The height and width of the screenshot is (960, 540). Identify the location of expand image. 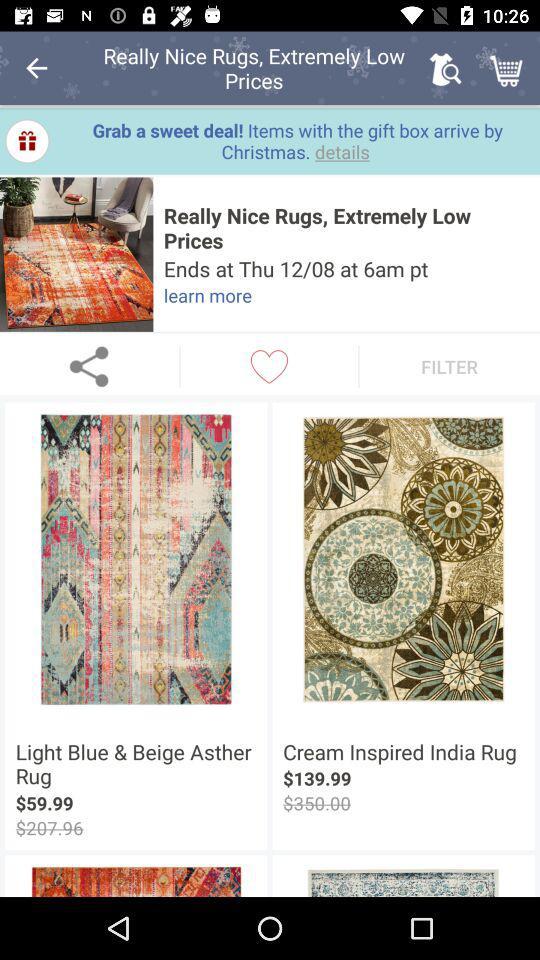
(75, 253).